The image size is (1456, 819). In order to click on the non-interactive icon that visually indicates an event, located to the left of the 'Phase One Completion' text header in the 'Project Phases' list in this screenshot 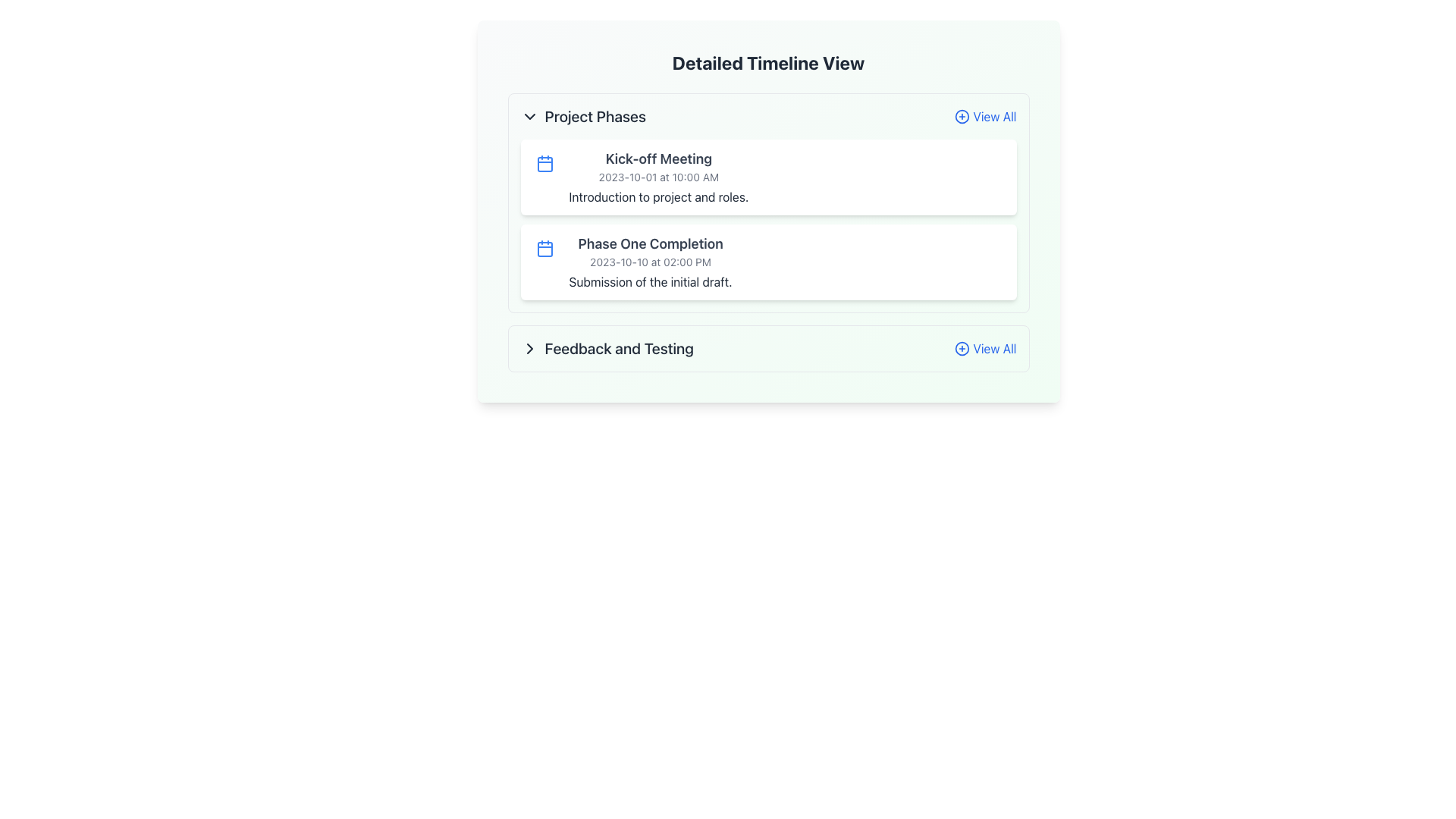, I will do `click(544, 247)`.